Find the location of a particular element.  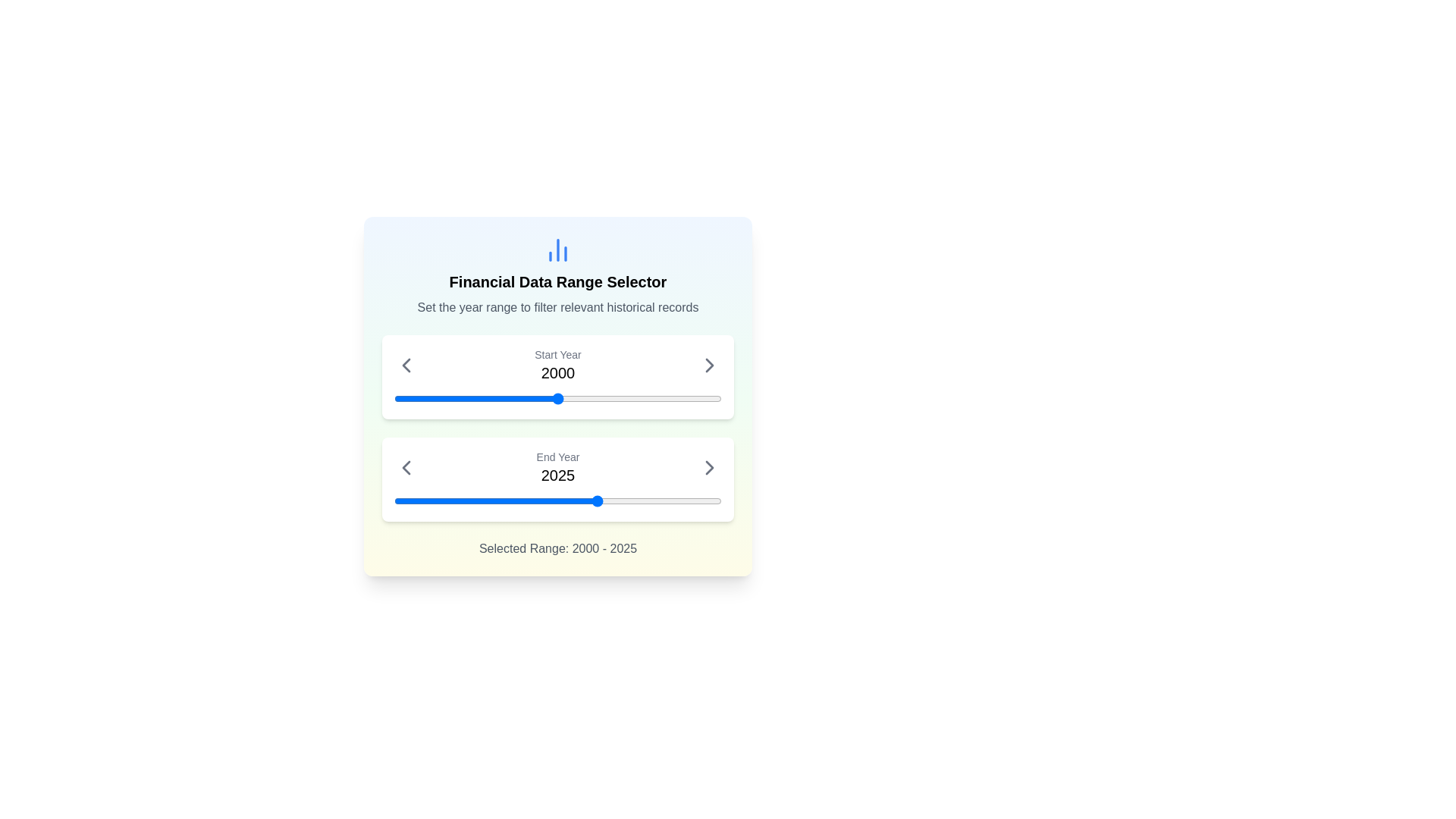

the start year is located at coordinates (509, 397).